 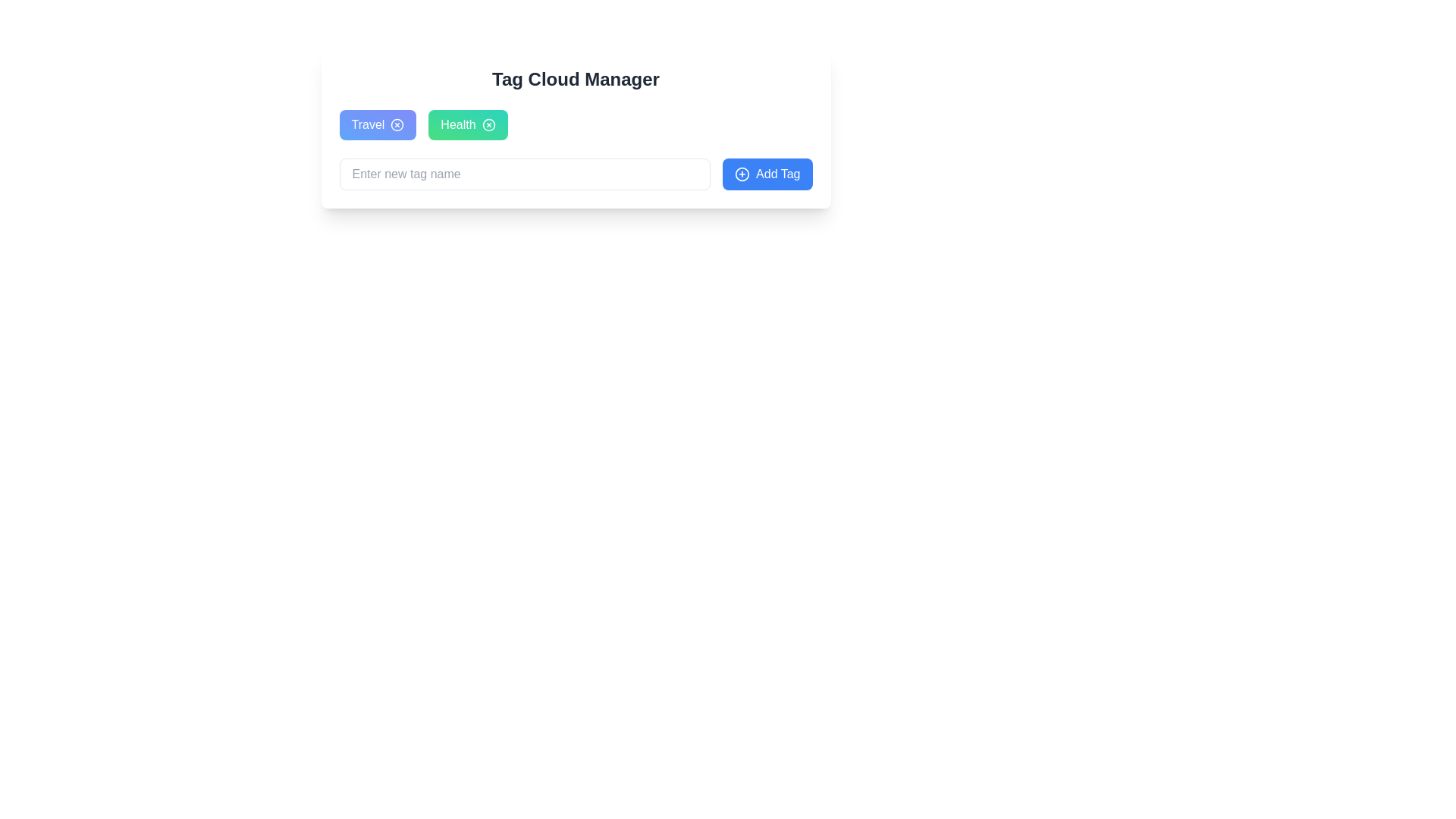 I want to click on the circular icon within the blue 'Travel' tag, so click(x=397, y=124).